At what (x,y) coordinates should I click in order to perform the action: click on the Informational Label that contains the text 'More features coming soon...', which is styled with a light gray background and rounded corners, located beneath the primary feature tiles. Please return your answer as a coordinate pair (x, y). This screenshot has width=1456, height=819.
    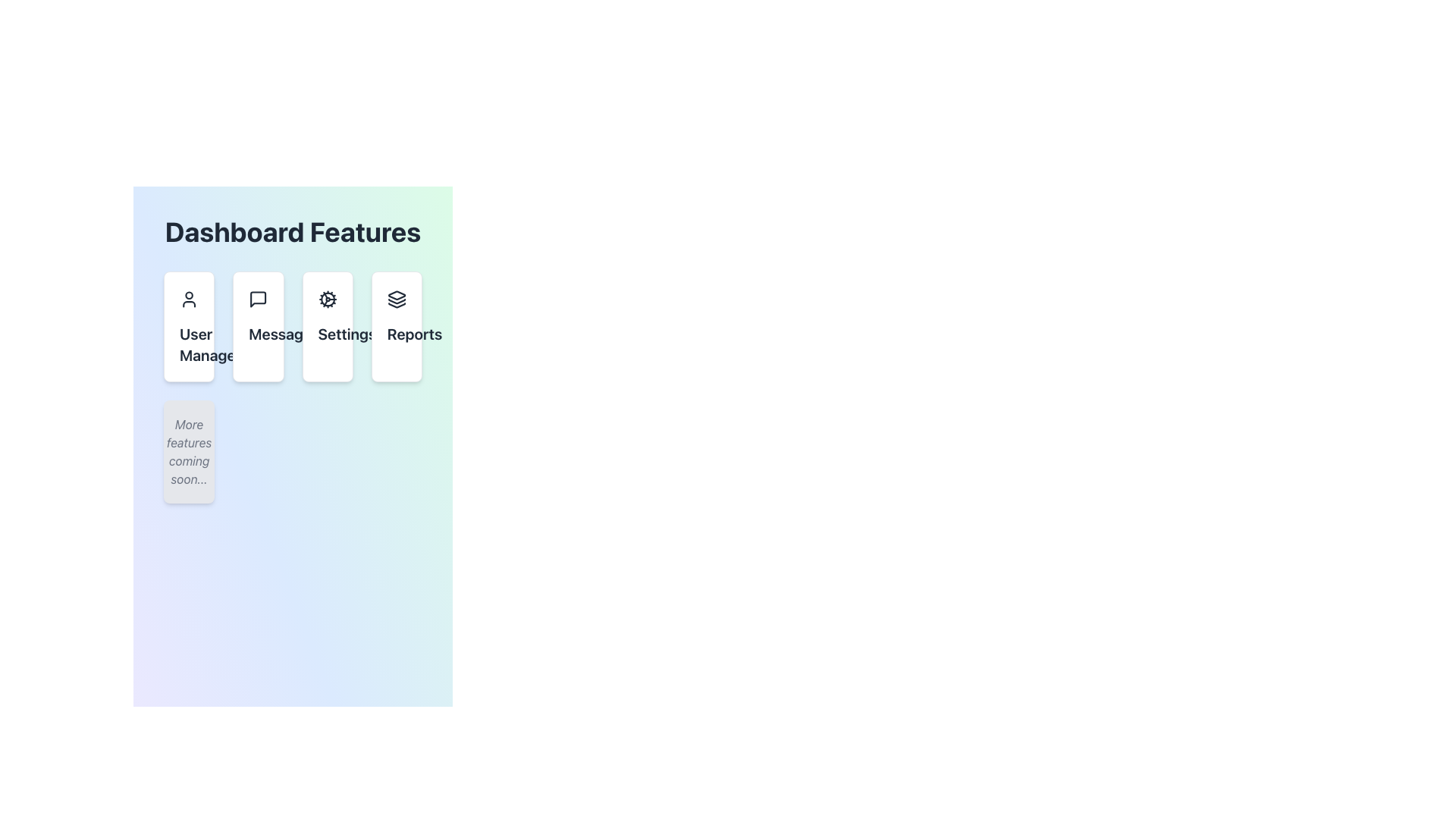
    Looking at the image, I should click on (188, 451).